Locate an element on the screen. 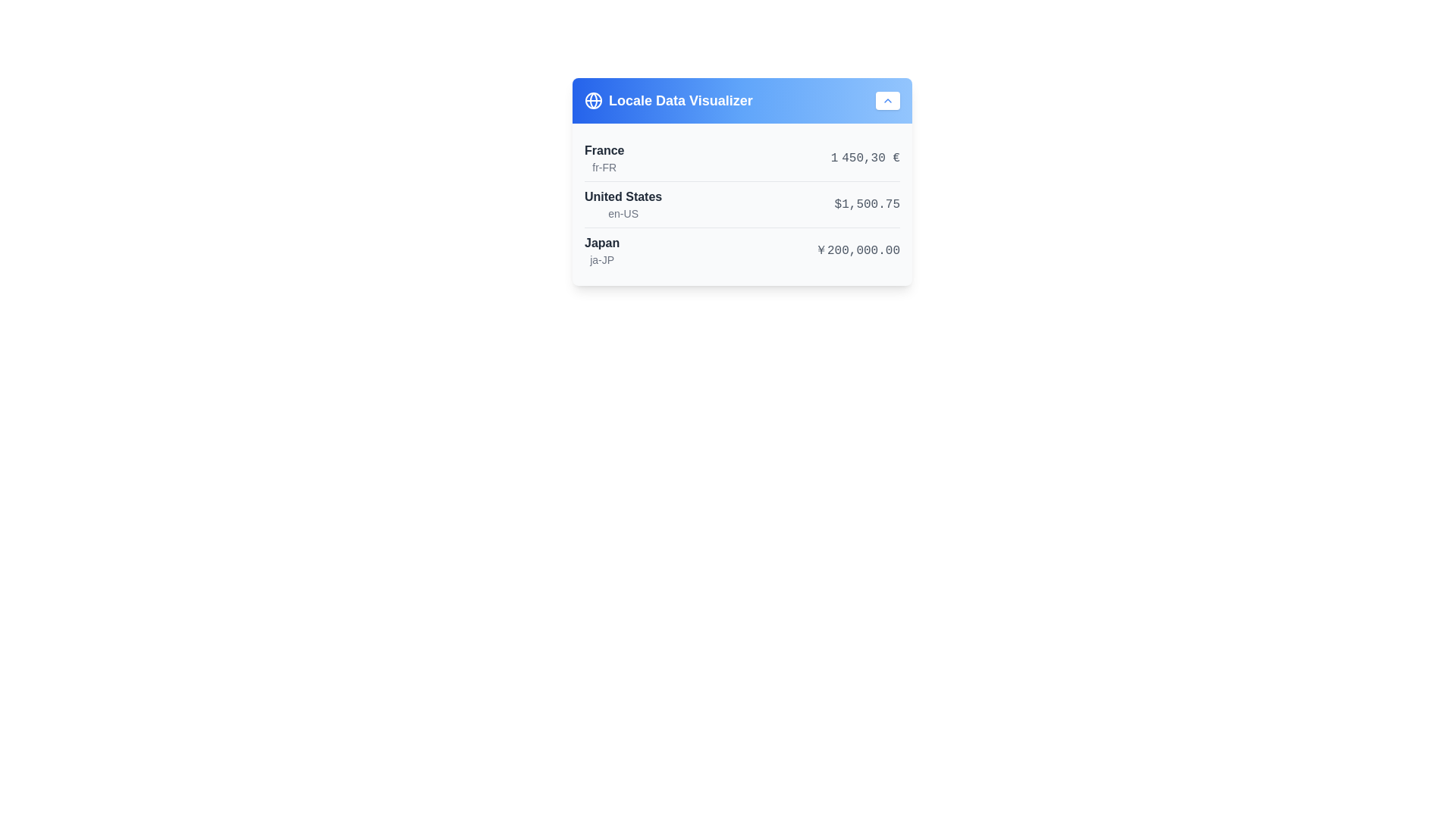 The image size is (1456, 819). the 'United States' text label, which is displayed in bold and dark gray text, located in the right section of the 'Locale Data Visualizer' modal, above the 'en-US' text is located at coordinates (623, 196).